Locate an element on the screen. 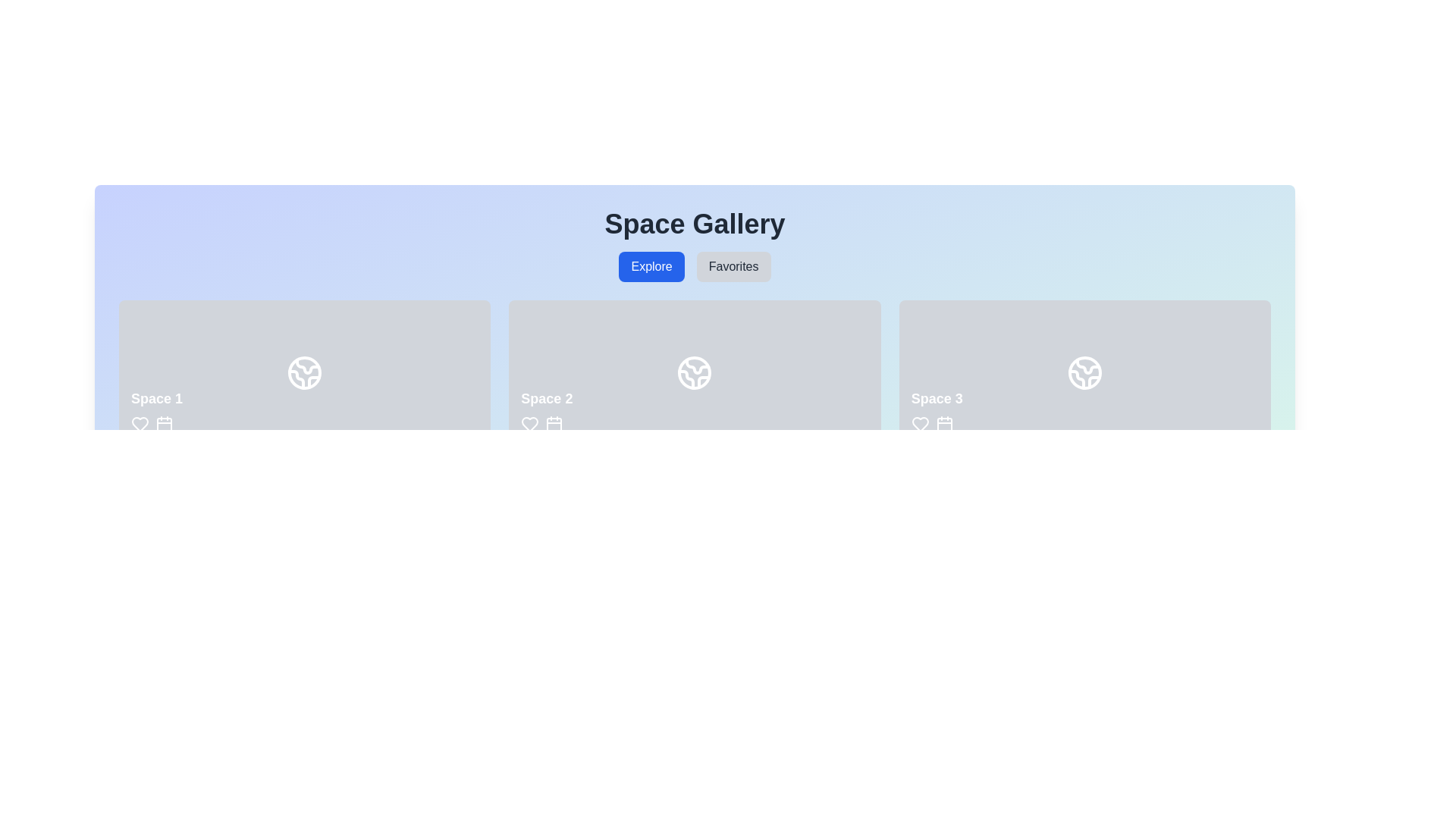 Image resolution: width=1456 pixels, height=819 pixels. the round globe icon with a white outline and curved segments, located in the third card from the left in a horizontally aligned grid of cards is located at coordinates (1084, 373).